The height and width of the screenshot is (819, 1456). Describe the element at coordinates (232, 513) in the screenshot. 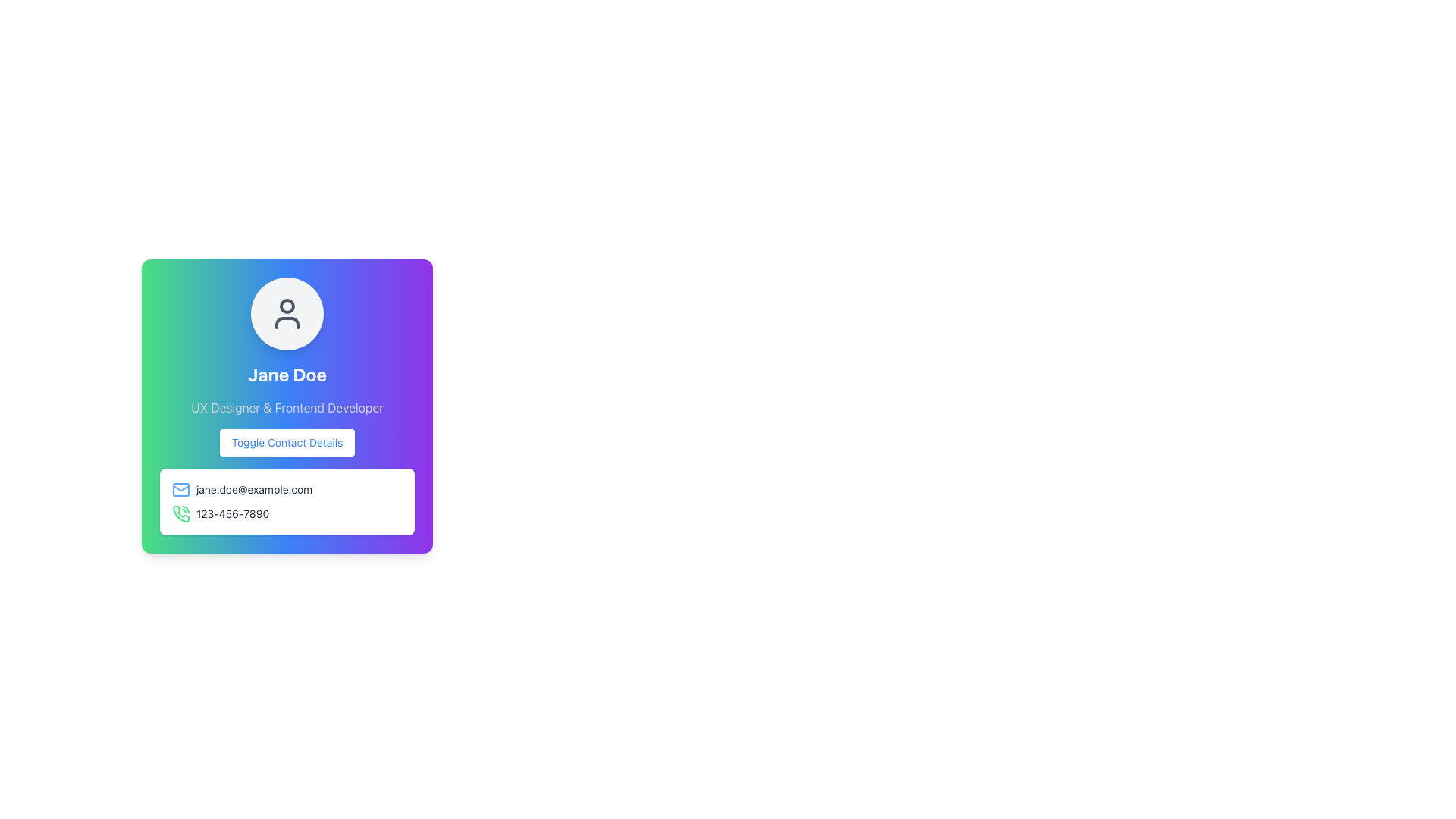

I see `static text displaying the phone number '123-456-7890', which is located at the bottom of a card interface, to the right of a green phone icon` at that location.